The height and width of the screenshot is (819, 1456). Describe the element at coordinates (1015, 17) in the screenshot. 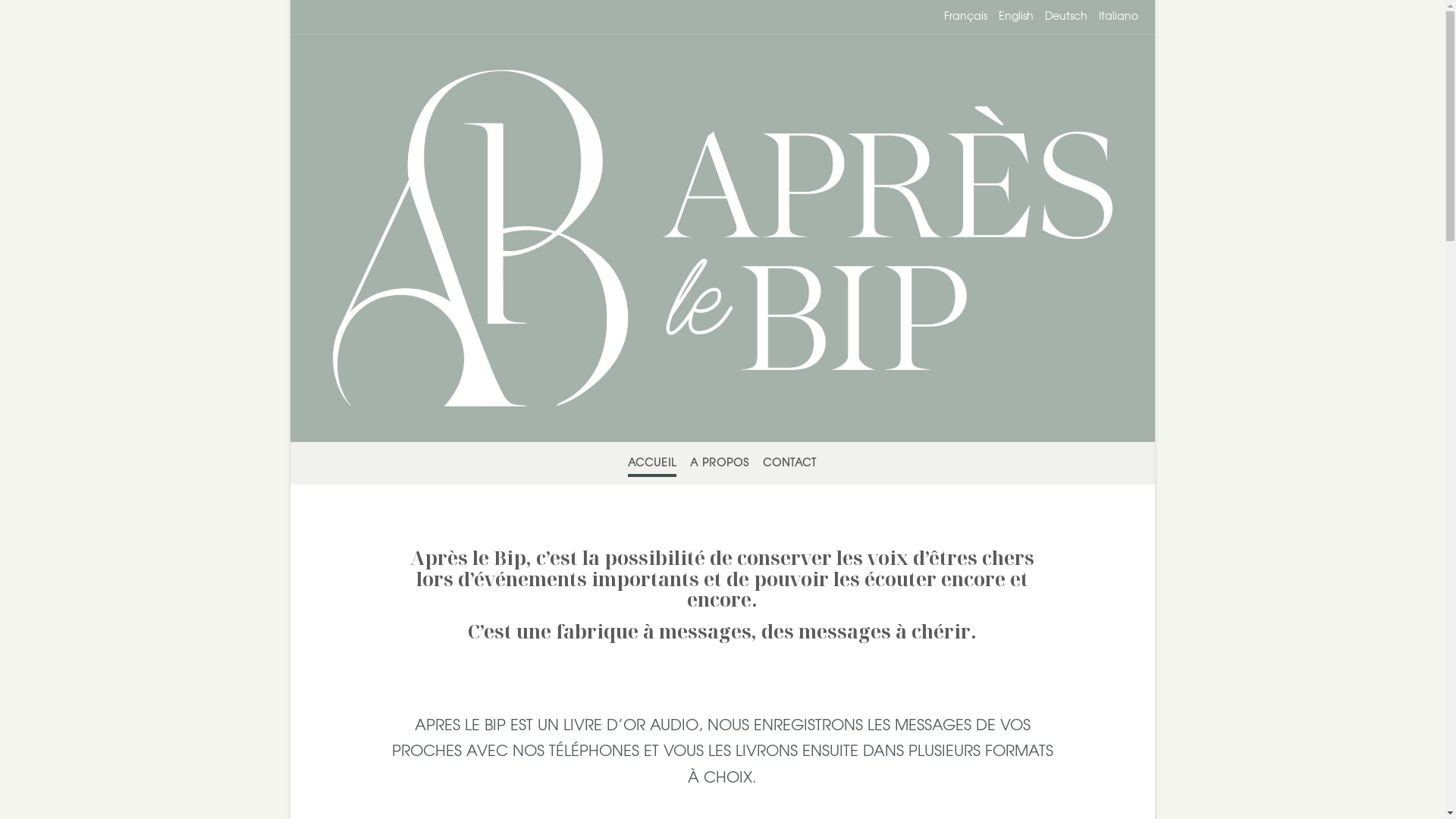

I see `'English'` at that location.